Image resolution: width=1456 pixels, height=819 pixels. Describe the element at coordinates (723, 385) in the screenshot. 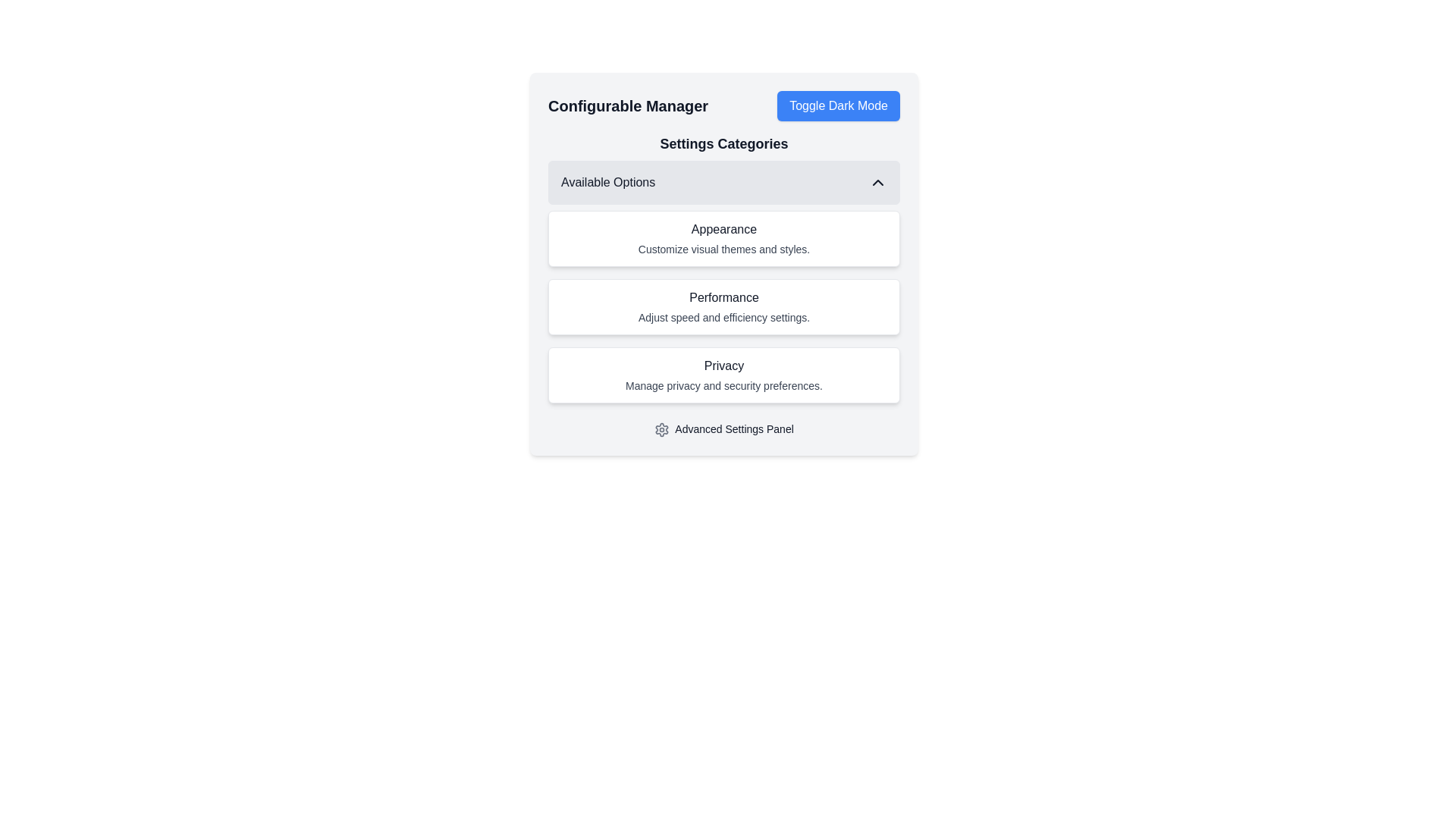

I see `the text element 'Manage privacy and security preferences.' which is located beneath the heading 'Privacy' in the 'Settings Categories' section` at that location.